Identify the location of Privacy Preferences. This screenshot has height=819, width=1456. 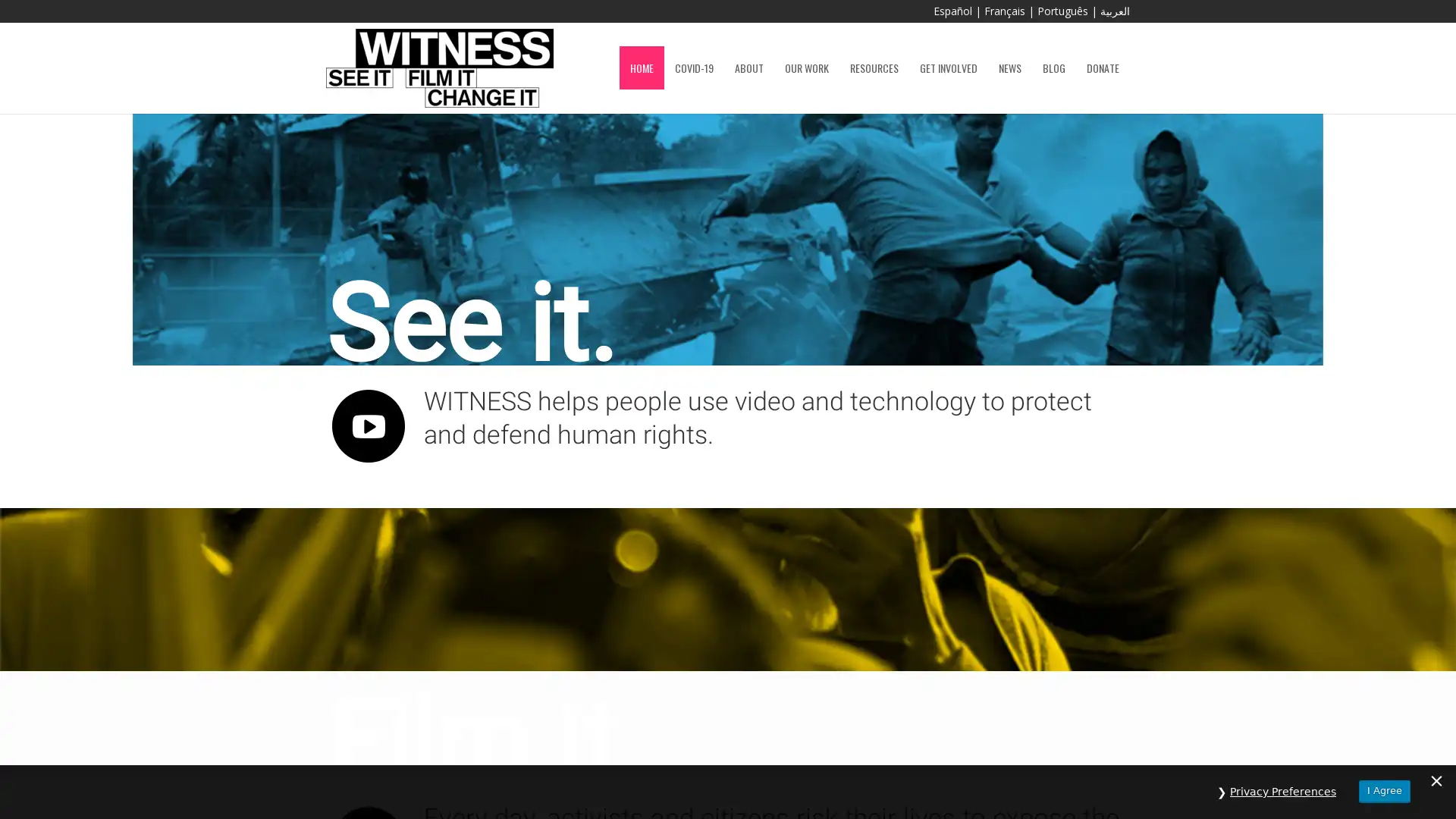
(1282, 791).